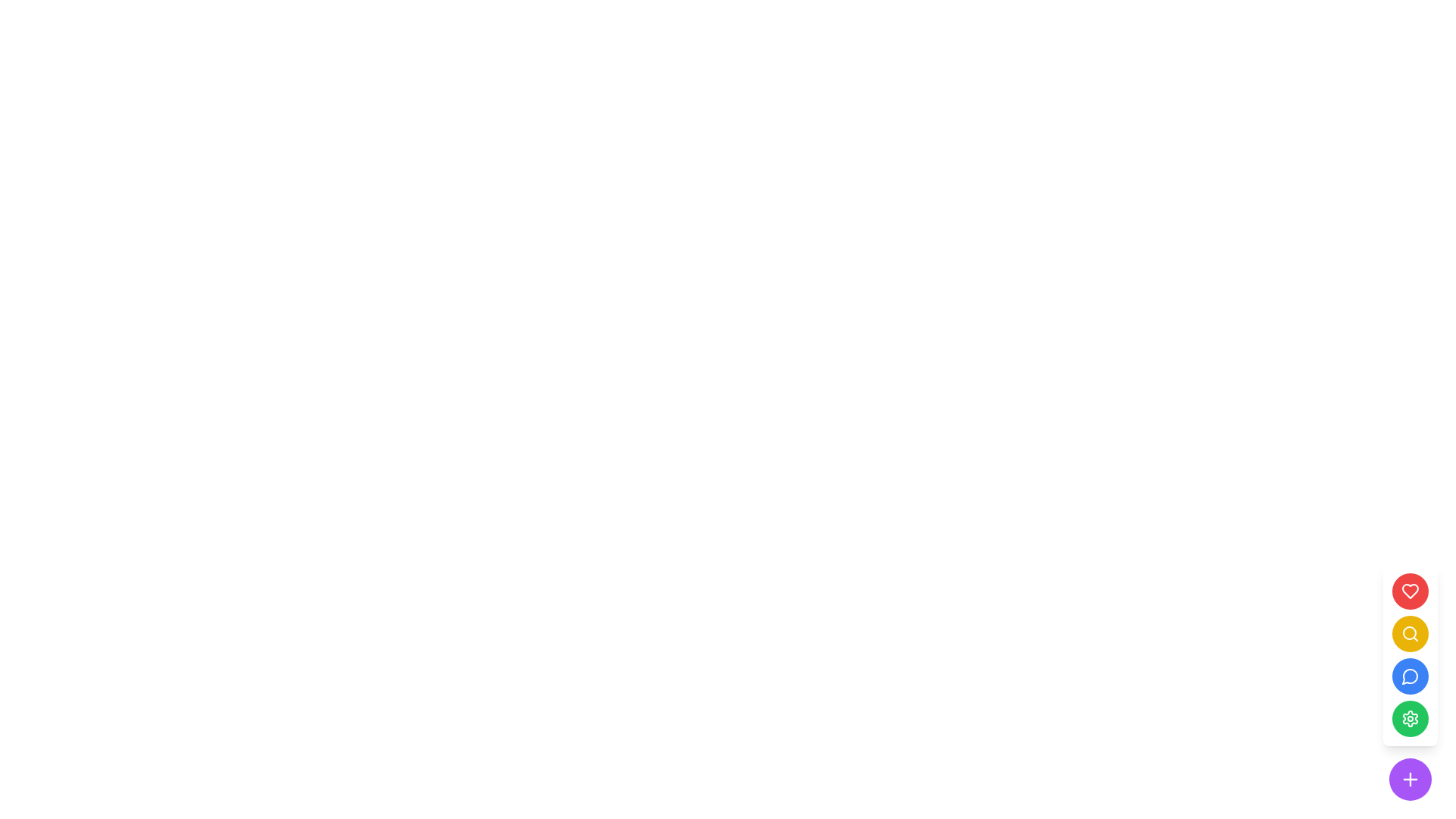 This screenshot has width=1456, height=819. What do you see at coordinates (1410, 675) in the screenshot?
I see `the circular button containing a blue chat icon for accessibility navigation` at bounding box center [1410, 675].